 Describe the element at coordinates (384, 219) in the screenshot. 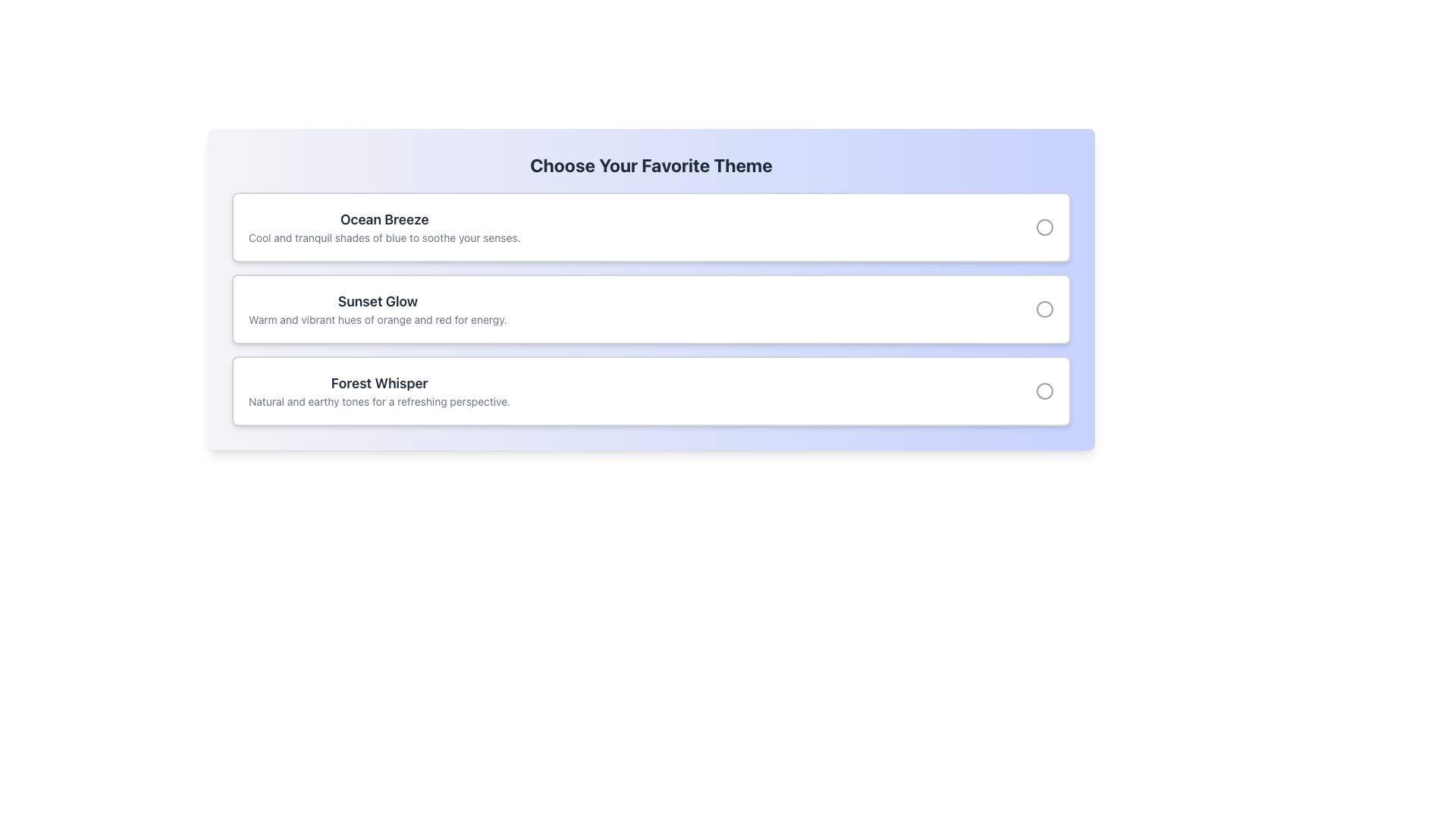

I see `text content of the title 'Ocean Breeze', which is styled in a larger font size and bold weight, located centrally at the top section of the interface` at that location.